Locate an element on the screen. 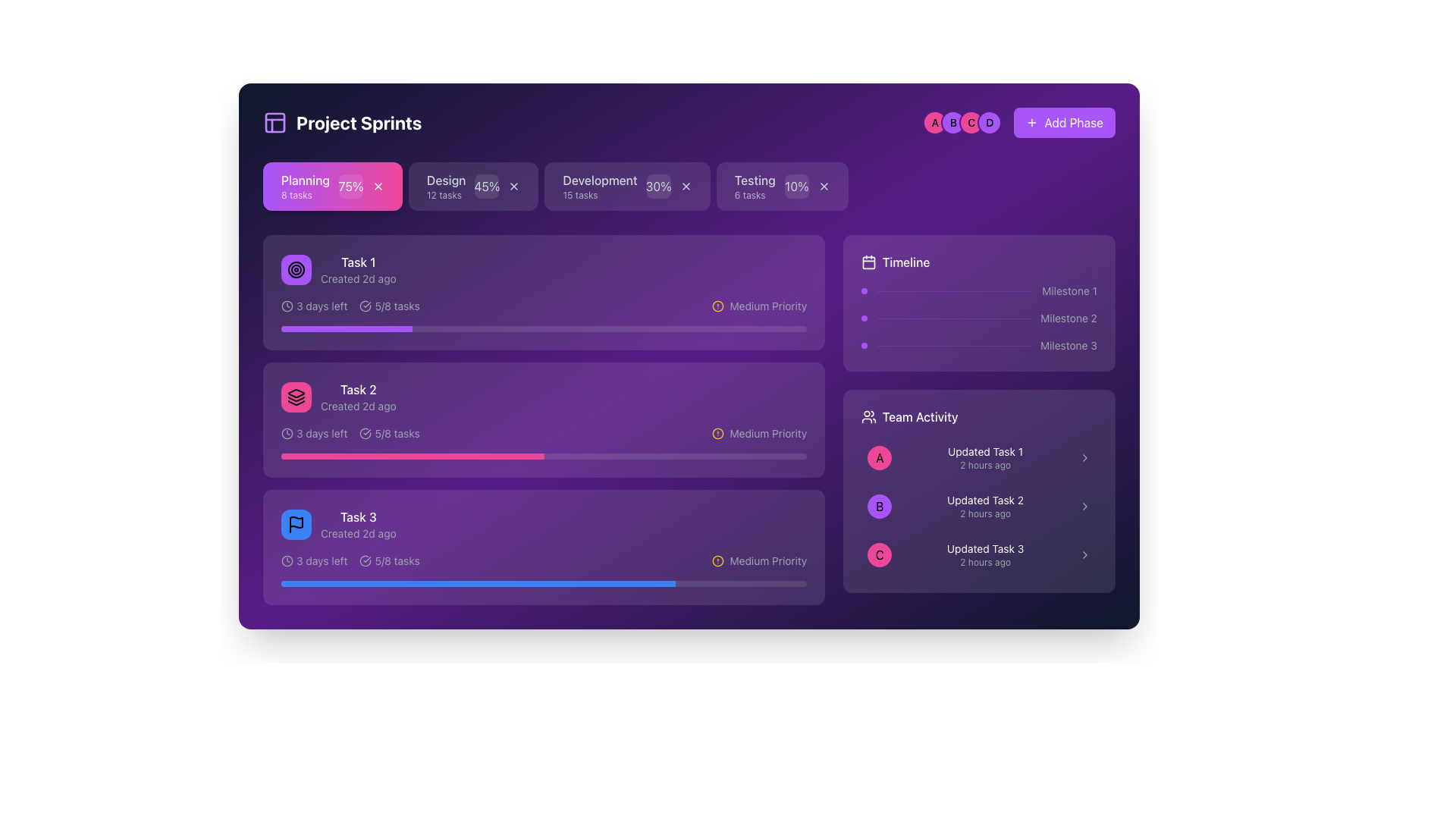 The width and height of the screenshot is (1456, 819). the 'Project Sprints' button, which is styled with bold white text against a dark purple background, to trigger a potential tooltip is located at coordinates (358, 122).